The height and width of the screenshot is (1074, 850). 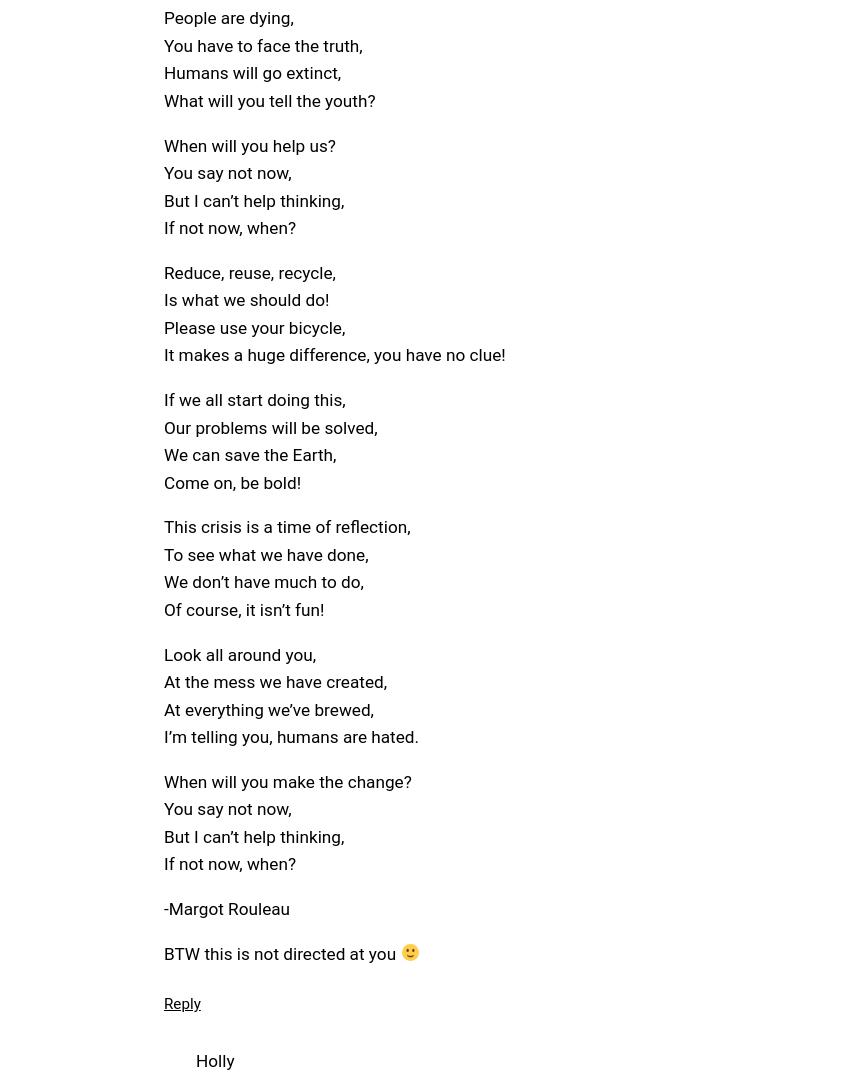 What do you see at coordinates (285, 527) in the screenshot?
I see `'This crisis is a time of reflection,'` at bounding box center [285, 527].